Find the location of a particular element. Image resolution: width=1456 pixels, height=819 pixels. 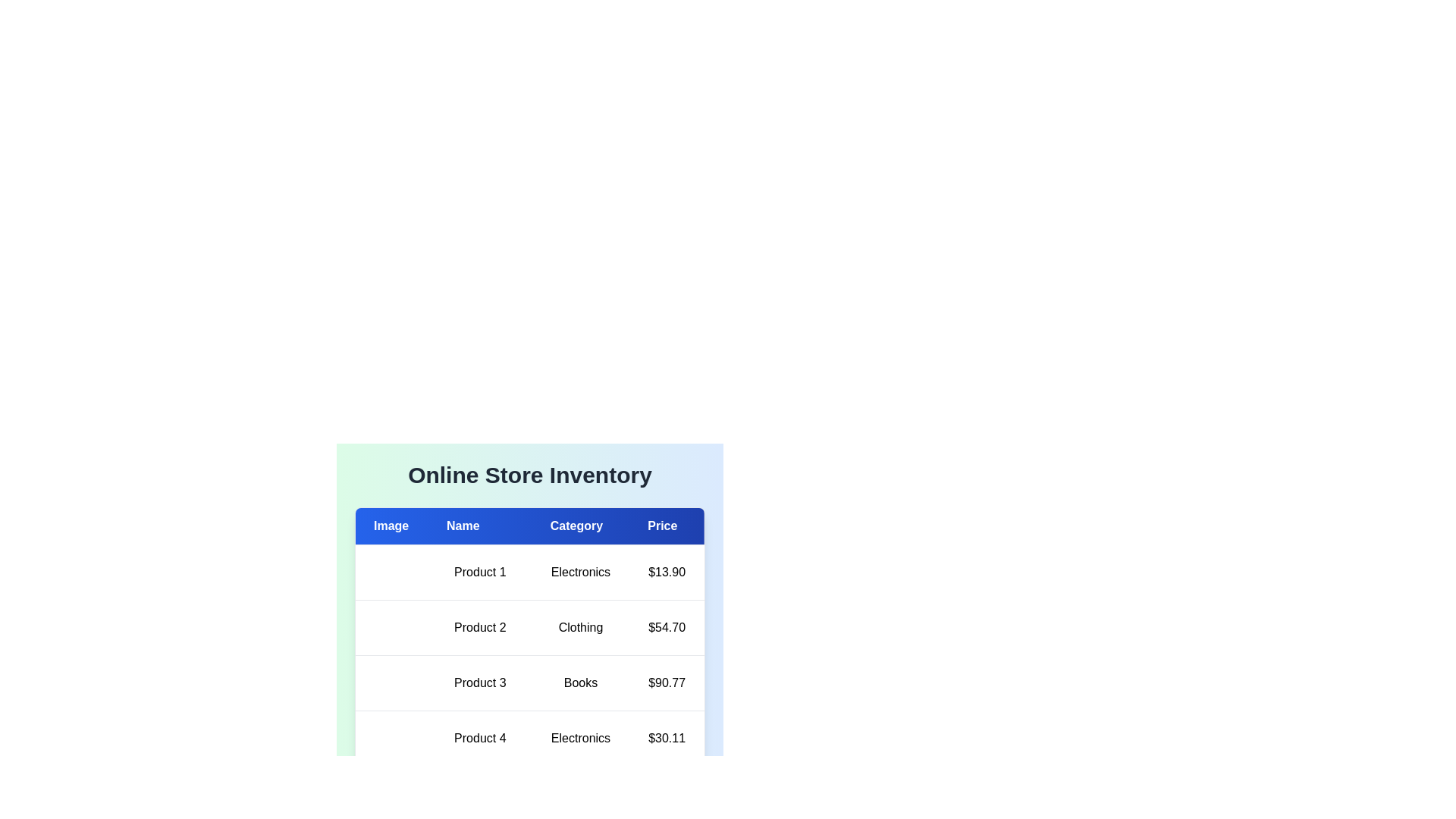

the image placeholder of product Product 2 is located at coordinates (374, 628).